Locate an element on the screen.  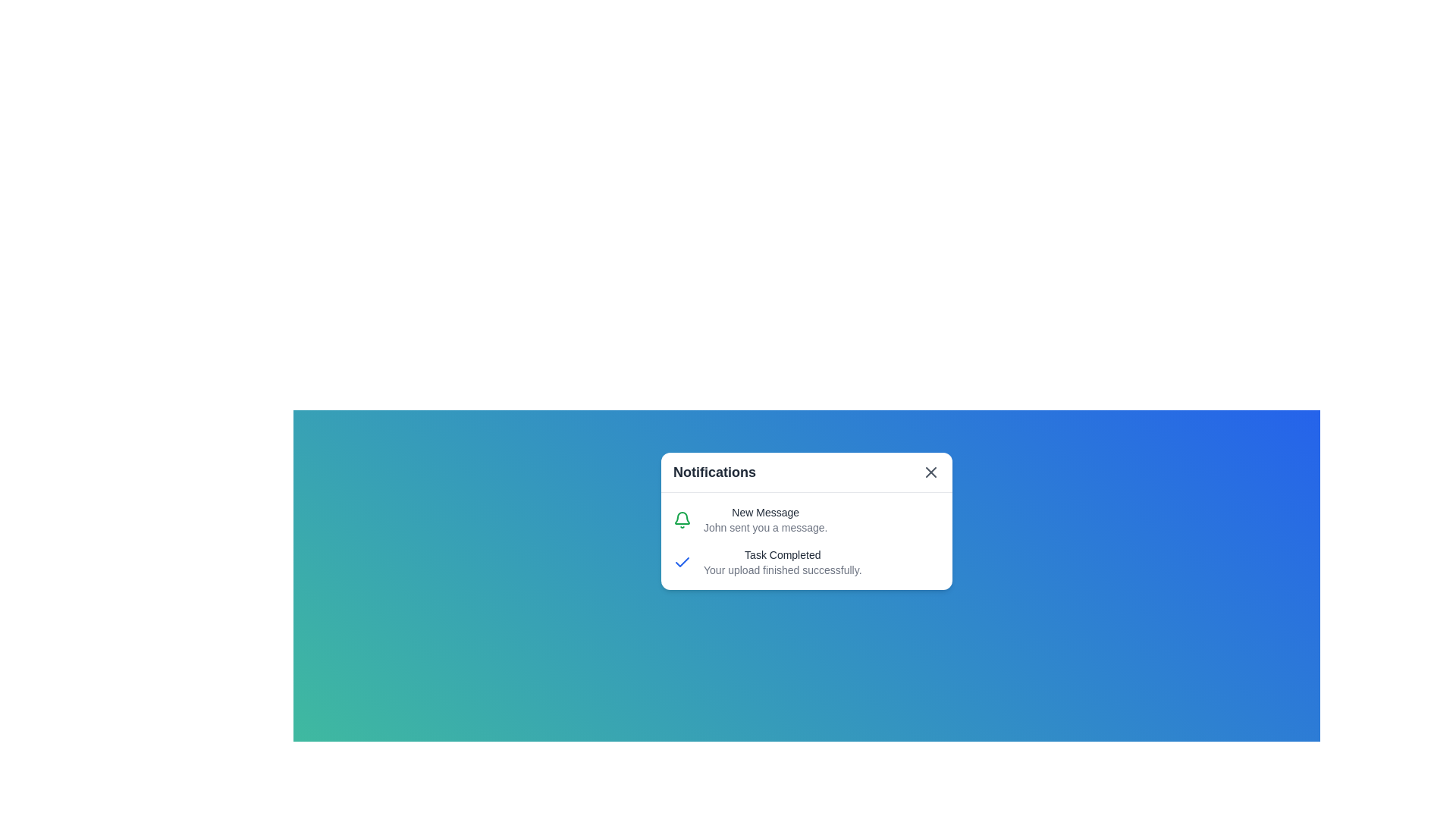
the Notification Panel, which displays recent updates including a new message notification and task completion status, located beneath the 'Notifications' title is located at coordinates (806, 540).